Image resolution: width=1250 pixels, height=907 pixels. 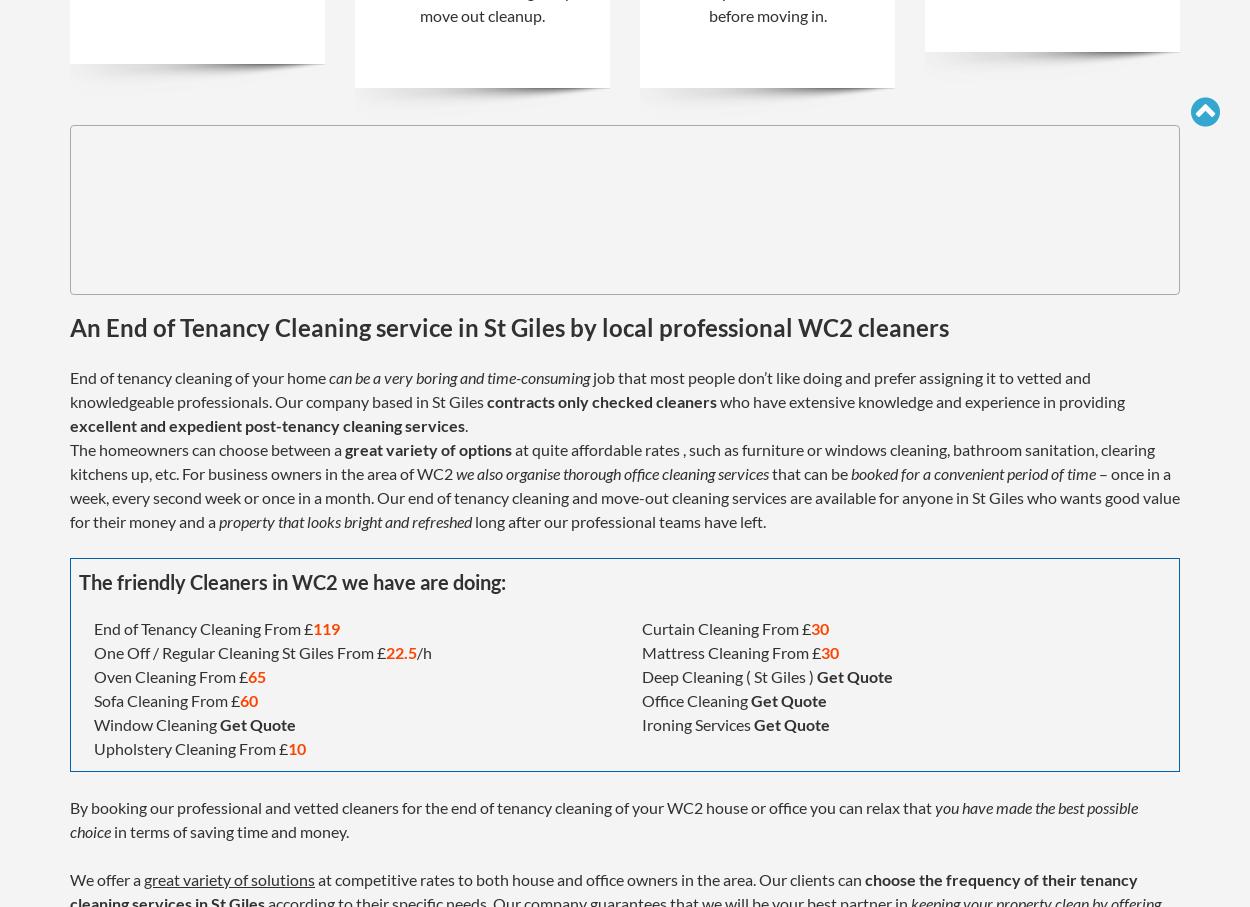 What do you see at coordinates (198, 376) in the screenshot?
I see `'End of tenancy cleaning of your home'` at bounding box center [198, 376].